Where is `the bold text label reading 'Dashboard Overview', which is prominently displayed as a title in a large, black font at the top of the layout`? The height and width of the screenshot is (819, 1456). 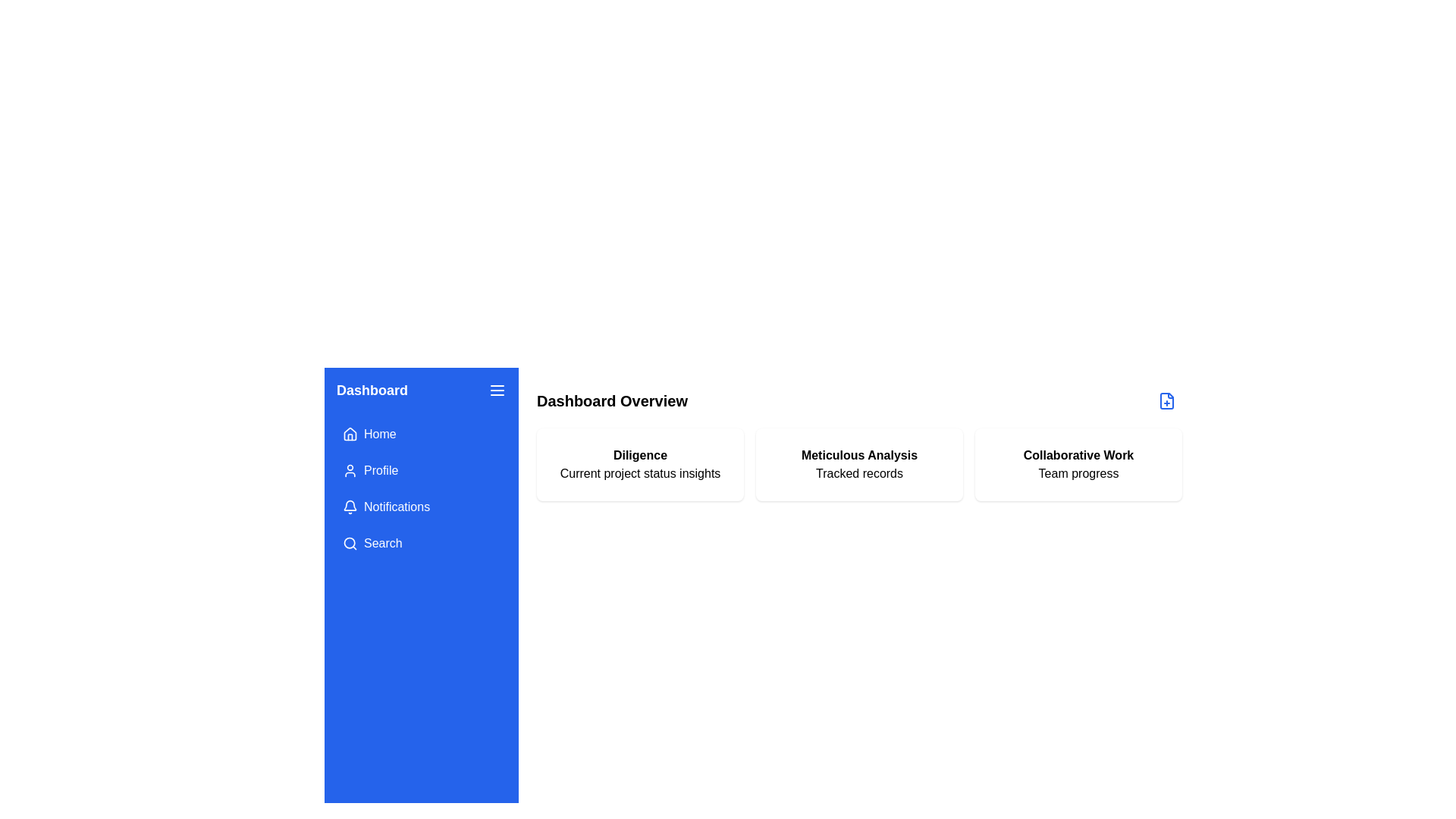 the bold text label reading 'Dashboard Overview', which is prominently displayed as a title in a large, black font at the top of the layout is located at coordinates (612, 400).